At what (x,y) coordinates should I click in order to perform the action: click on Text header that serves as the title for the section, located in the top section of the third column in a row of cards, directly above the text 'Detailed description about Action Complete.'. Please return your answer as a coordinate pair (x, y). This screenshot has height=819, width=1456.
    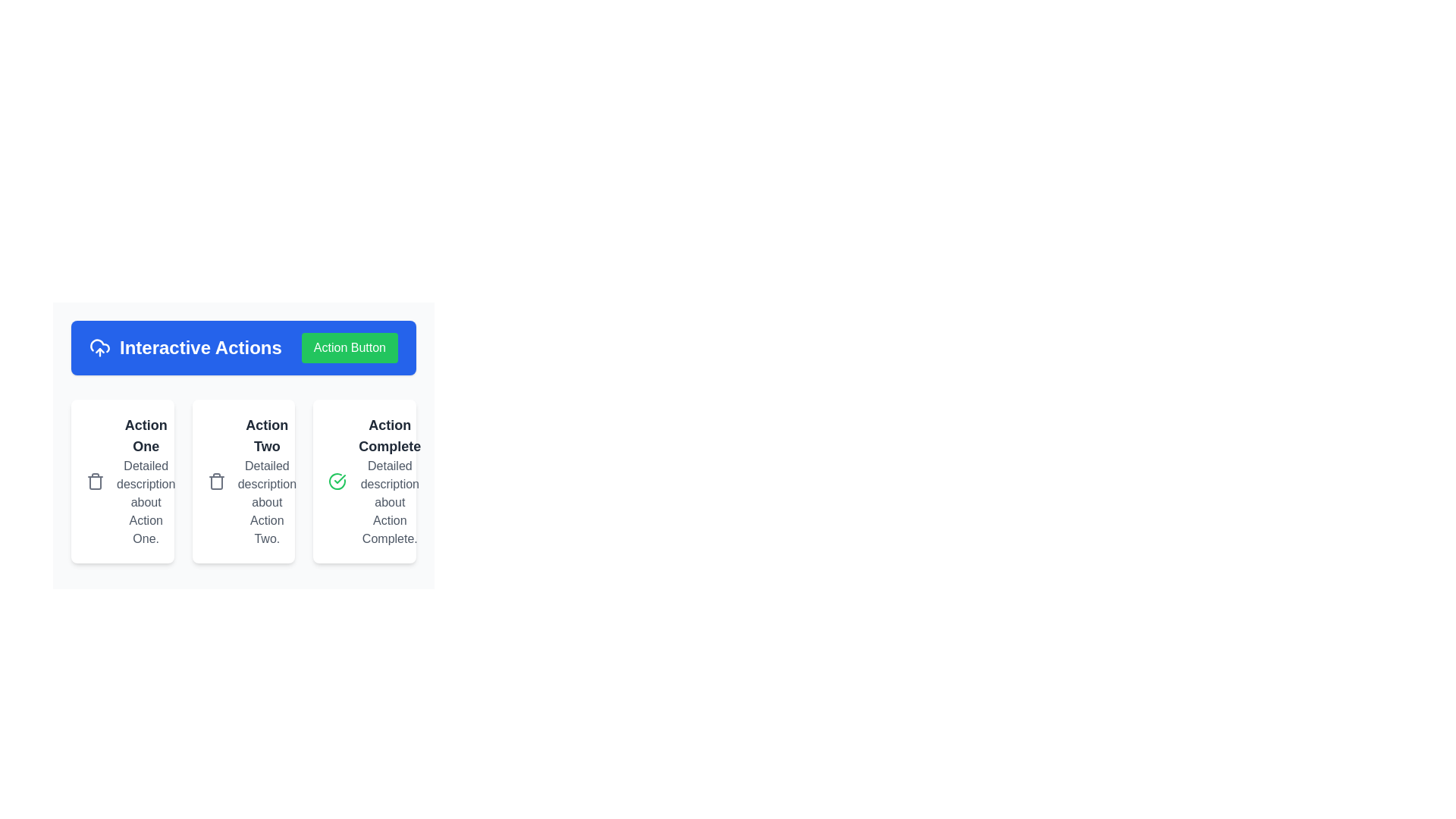
    Looking at the image, I should click on (390, 435).